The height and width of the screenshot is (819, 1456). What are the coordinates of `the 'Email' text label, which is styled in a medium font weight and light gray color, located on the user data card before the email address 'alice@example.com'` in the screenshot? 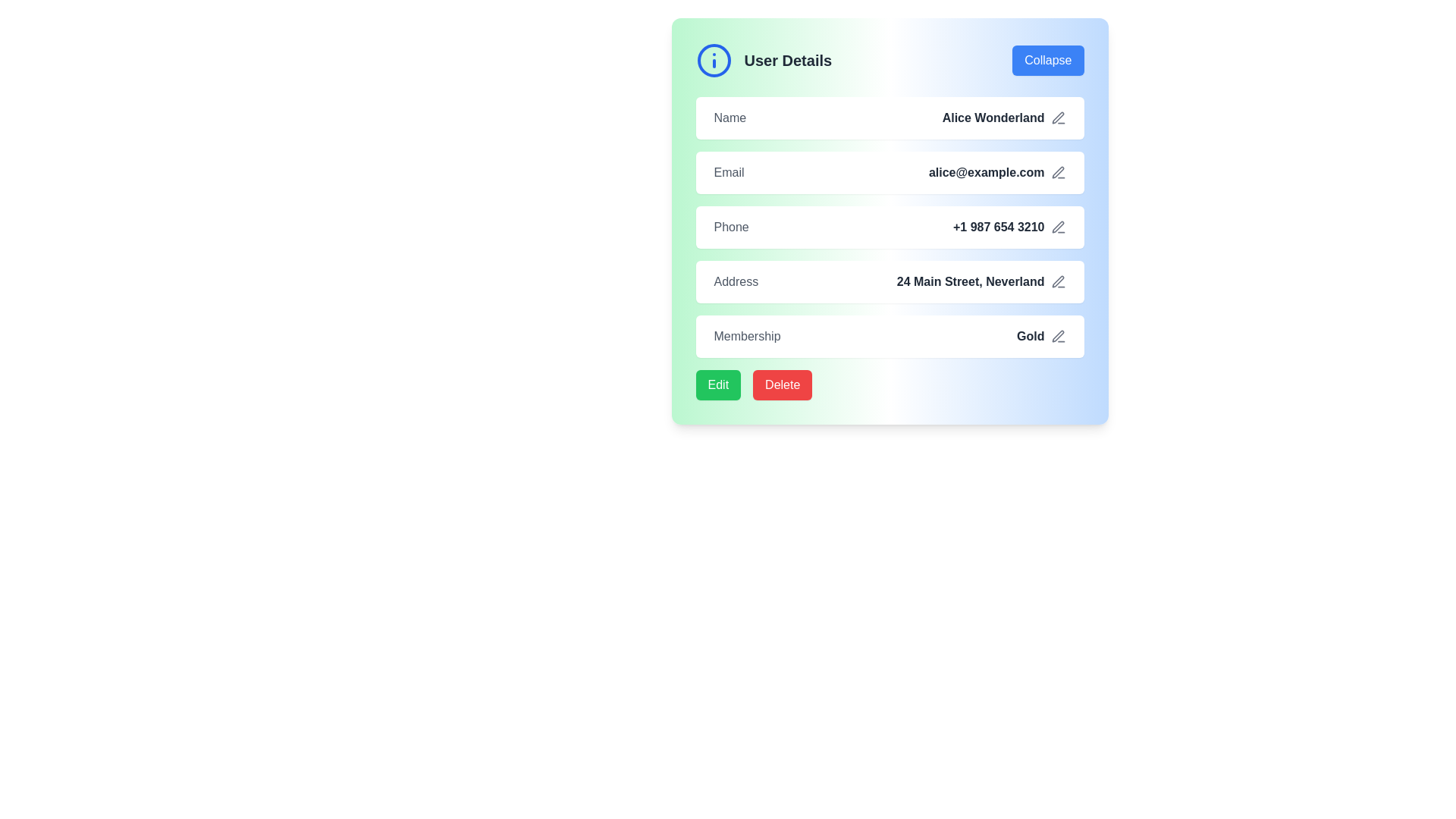 It's located at (729, 171).